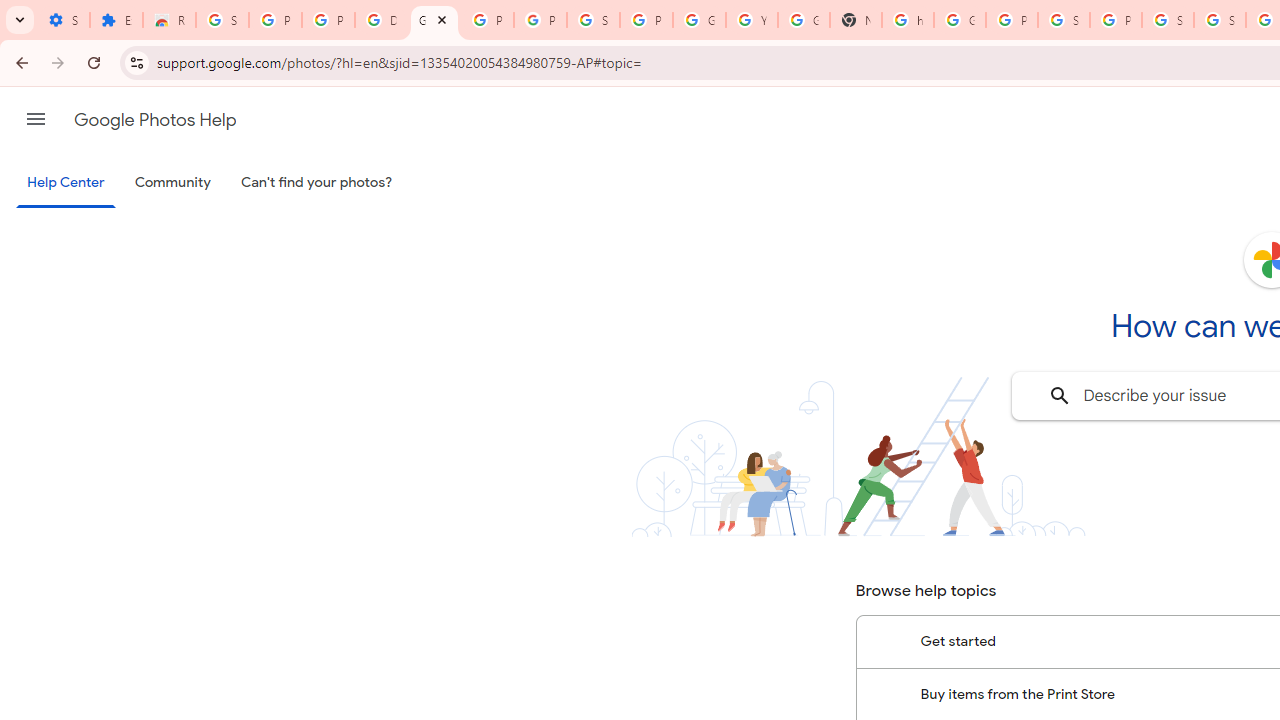  What do you see at coordinates (35, 119) in the screenshot?
I see `'Main menu'` at bounding box center [35, 119].